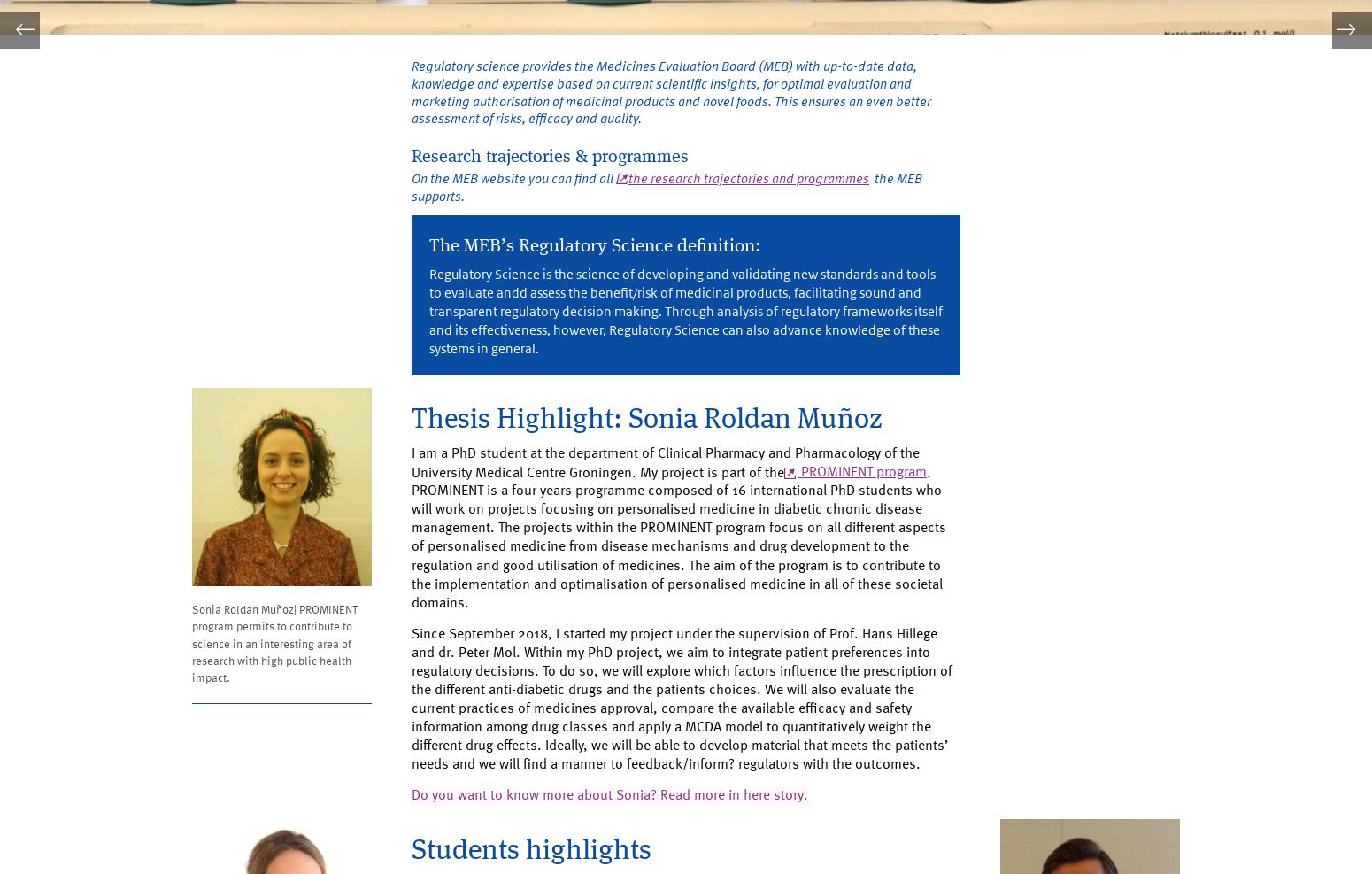 This screenshot has height=874, width=1372. I want to click on '. PROMINENT is a four years programme composed of 16 international PhD students who will work on projects focusing on personalised medicine in diabetic chronic disease management. The projects within the PROMINENT program focus on all different aspects of personalised medicine from disease mechanisms and drug development to the regulation and good utilisation of medicines. The aim of the program is to contribute to the implementation and optimalisation of personalised medicine in all of these societal domains.', so click(685, 573).